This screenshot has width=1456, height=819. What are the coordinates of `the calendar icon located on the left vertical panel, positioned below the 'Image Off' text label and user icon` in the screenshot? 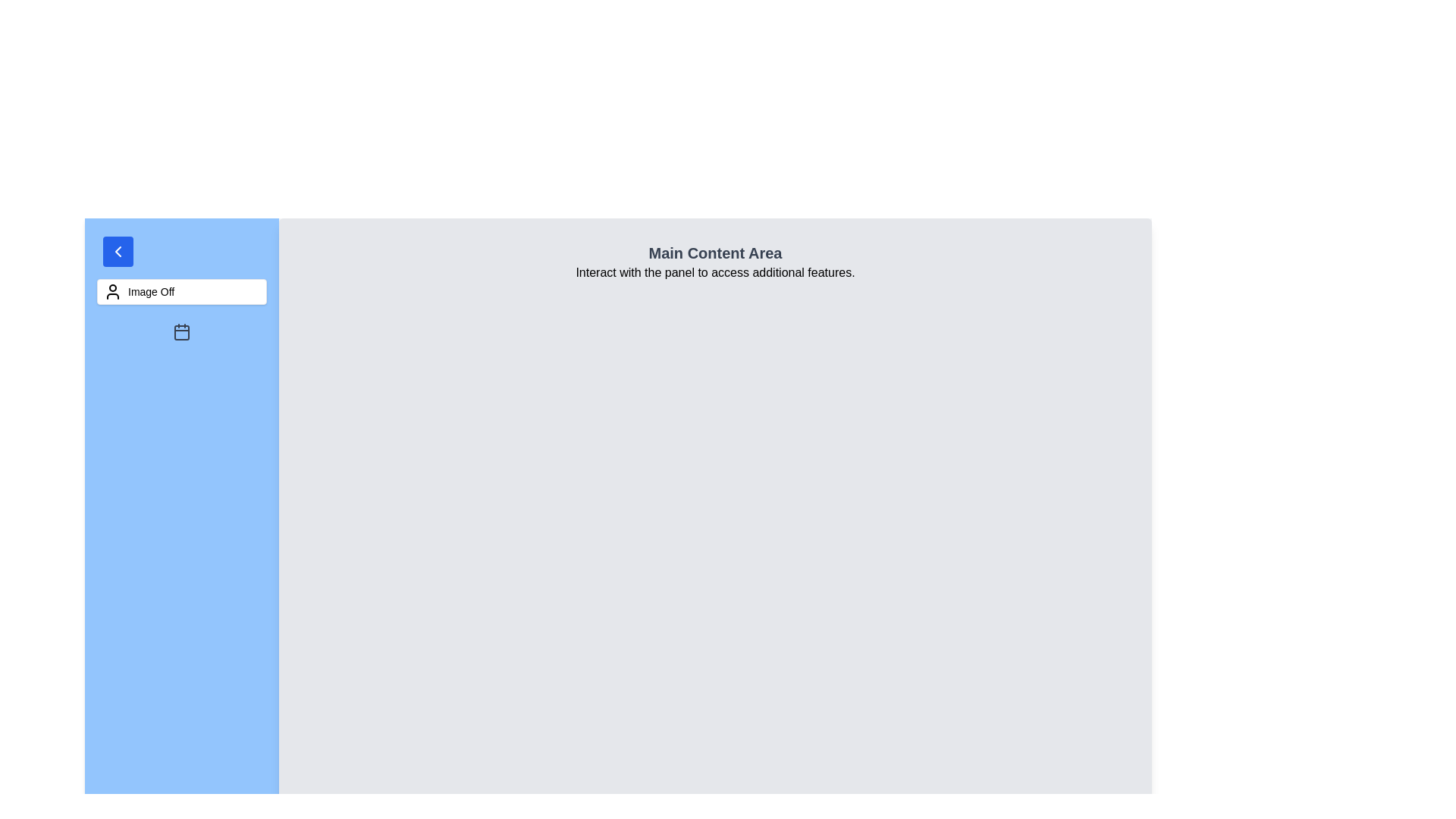 It's located at (182, 331).